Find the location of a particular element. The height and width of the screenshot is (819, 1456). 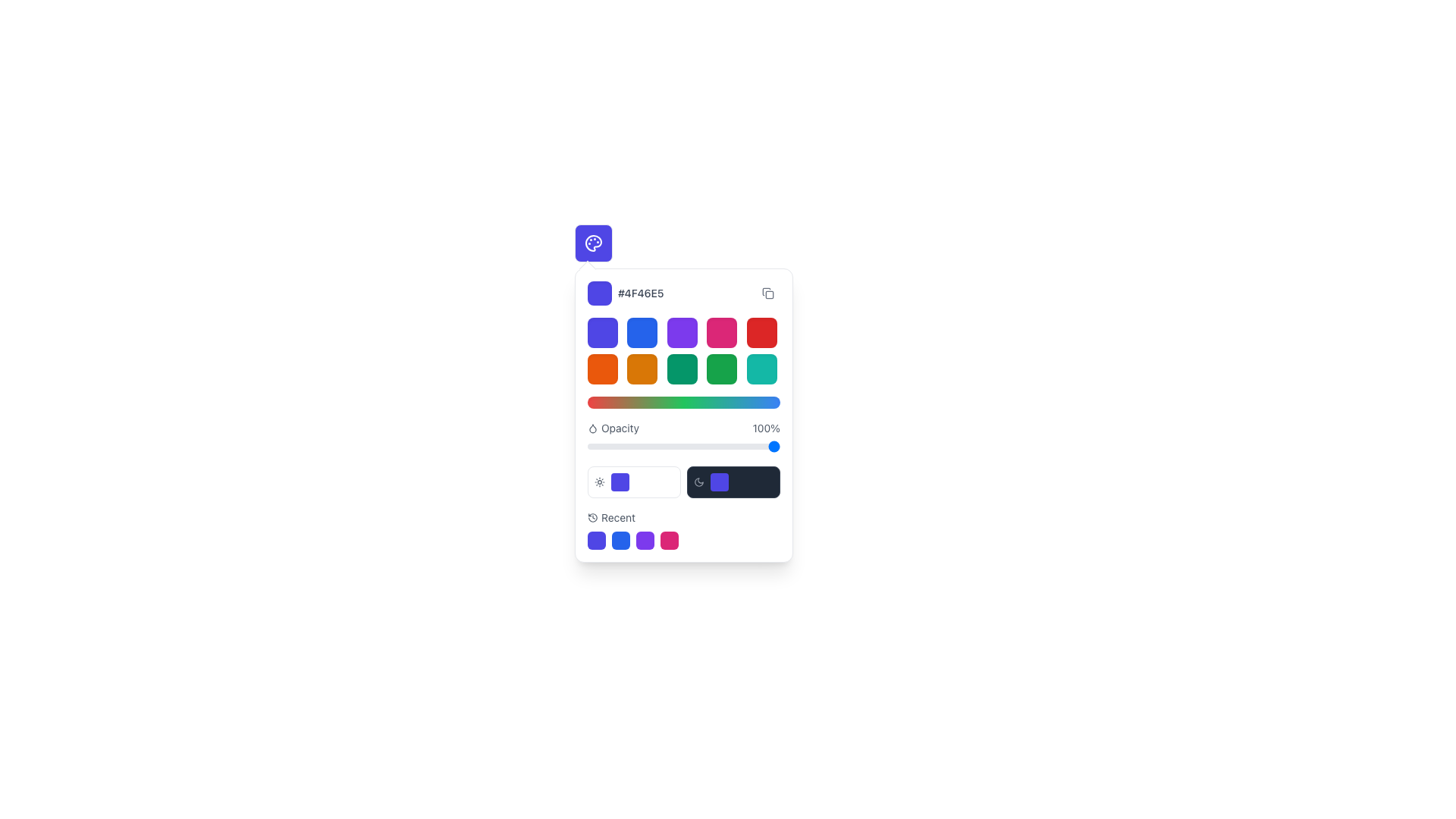

opacity is located at coordinates (635, 446).